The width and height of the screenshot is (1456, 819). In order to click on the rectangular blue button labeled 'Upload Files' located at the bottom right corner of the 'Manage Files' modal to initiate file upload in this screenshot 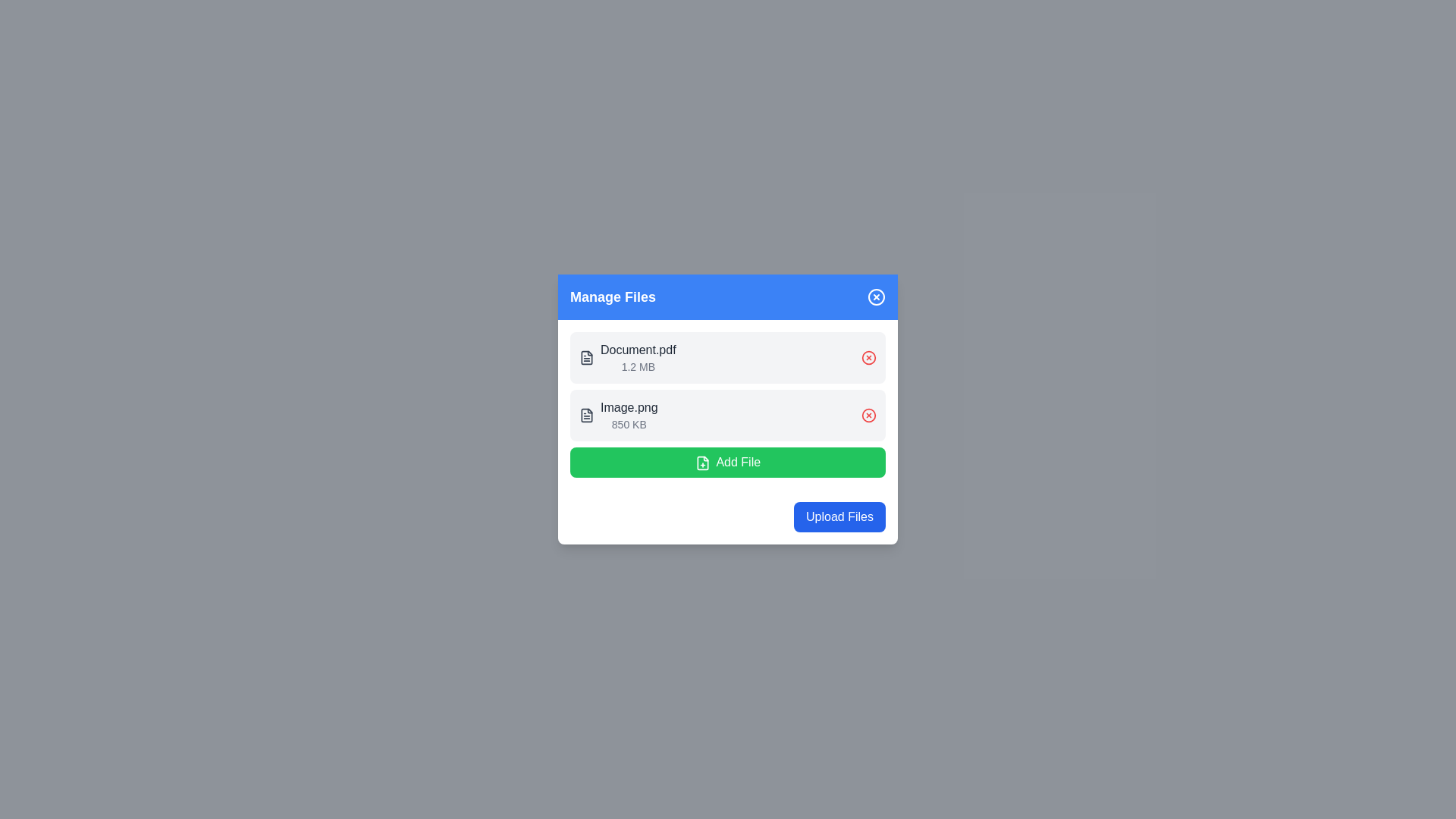, I will do `click(839, 516)`.